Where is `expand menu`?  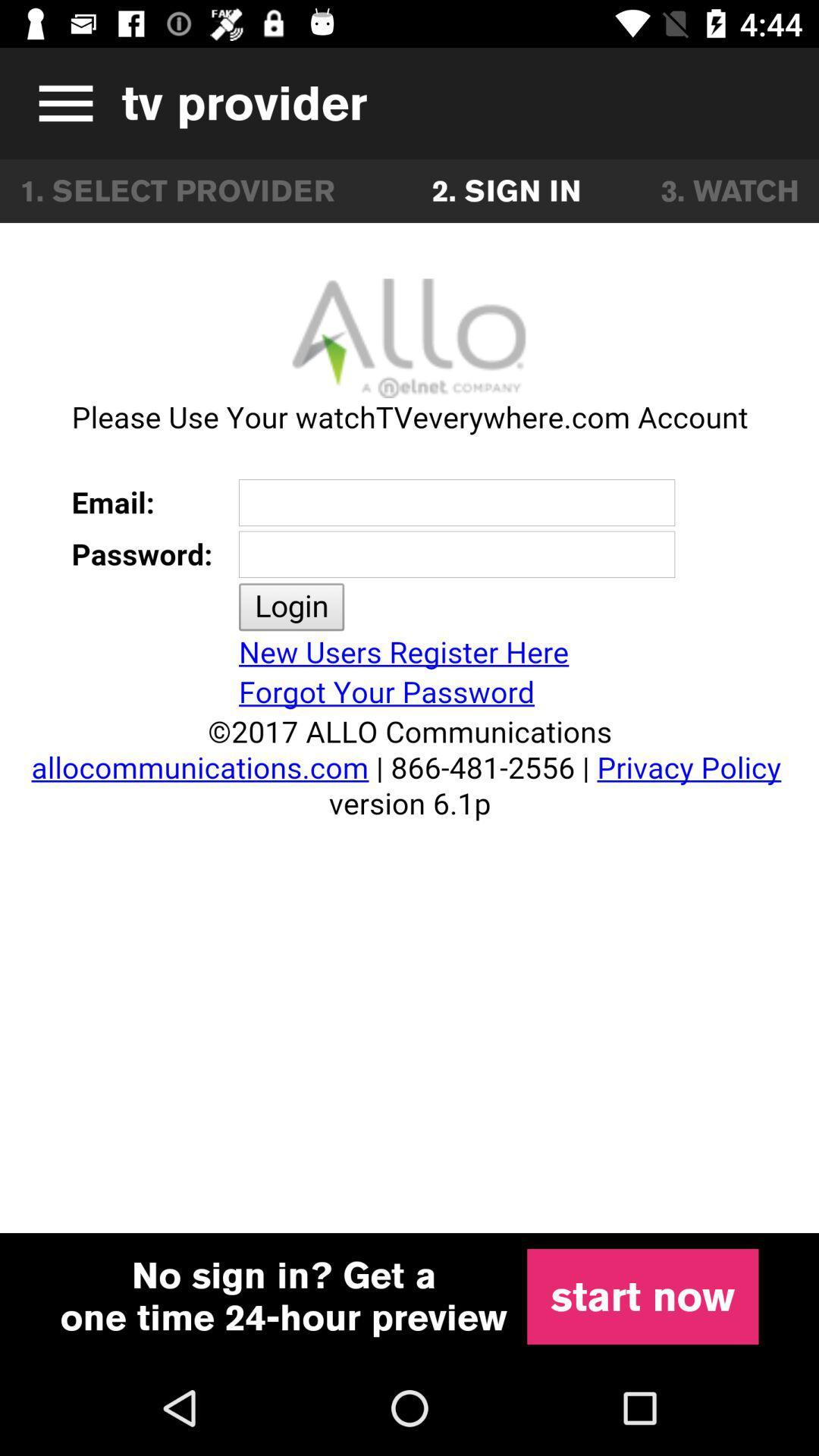 expand menu is located at coordinates (60, 102).